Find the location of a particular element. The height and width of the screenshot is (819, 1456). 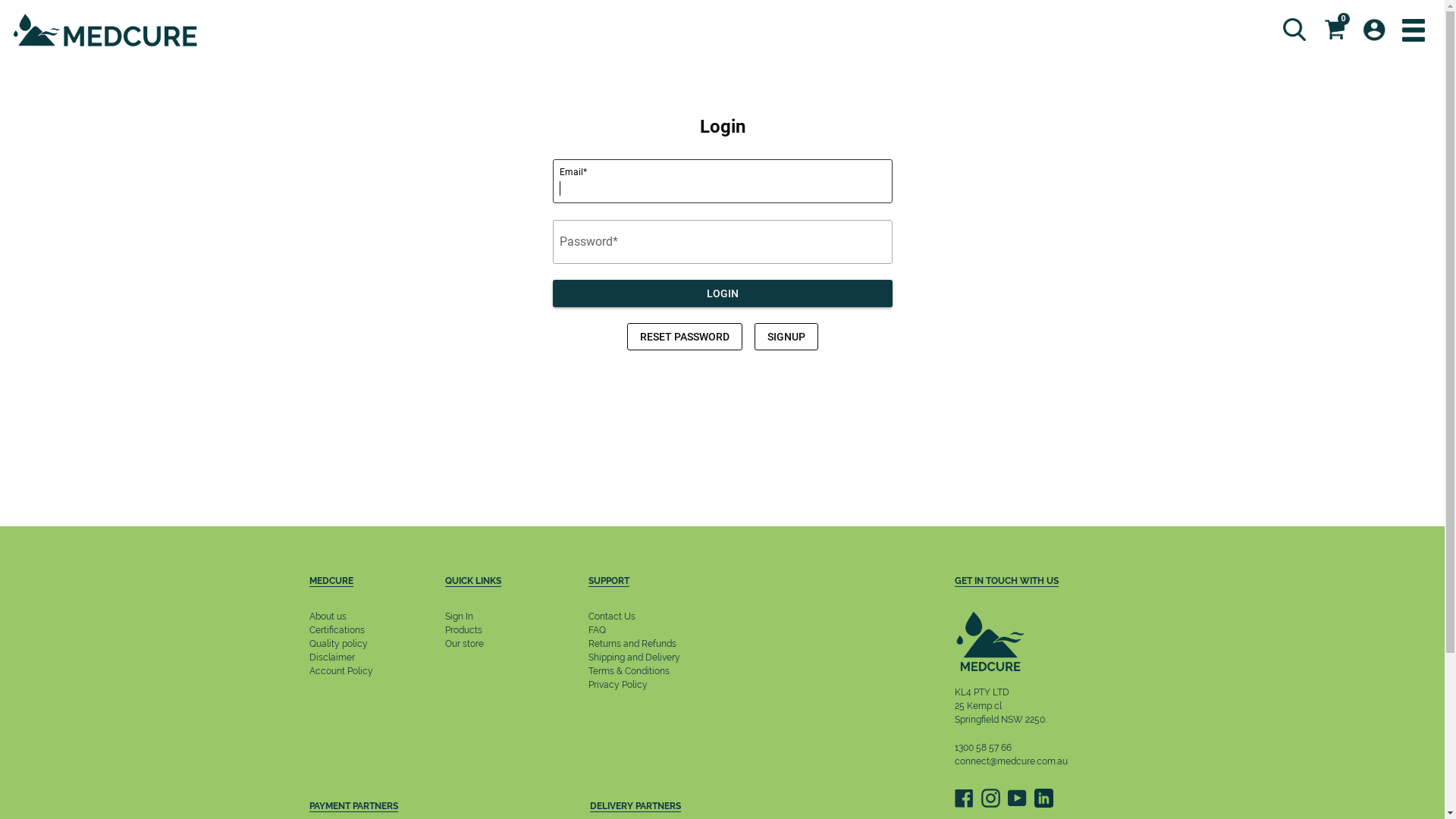

'Instagram' is located at coordinates (990, 797).